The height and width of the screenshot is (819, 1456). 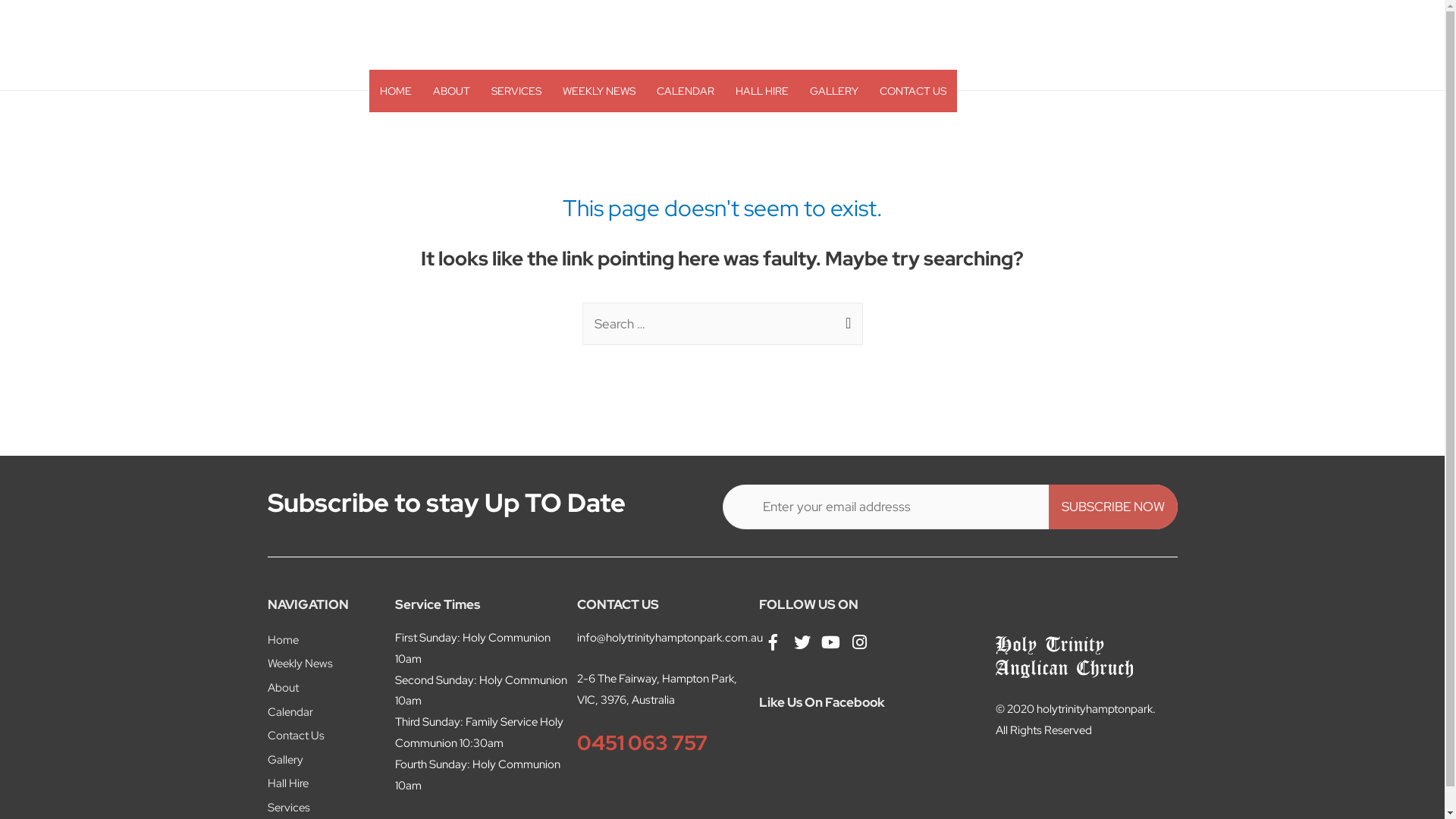 I want to click on 'YouTube', so click(x=829, y=642).